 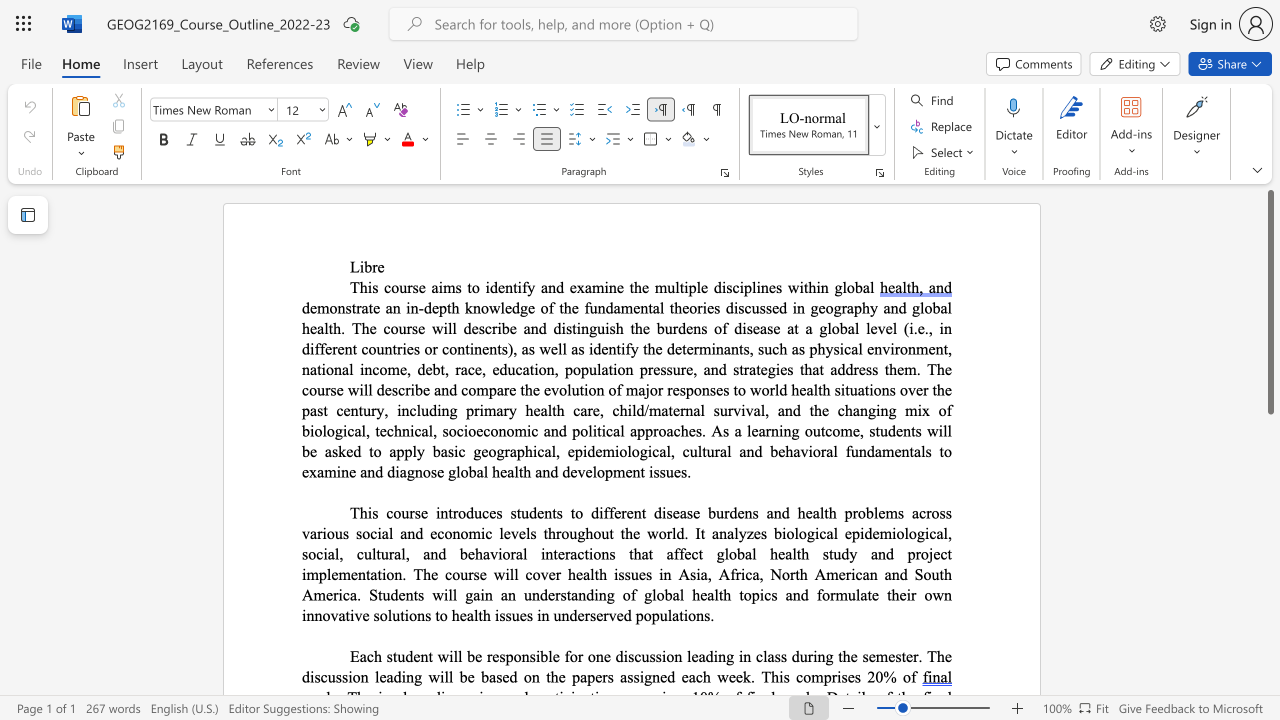 I want to click on the scrollbar to scroll the page down, so click(x=1269, y=618).